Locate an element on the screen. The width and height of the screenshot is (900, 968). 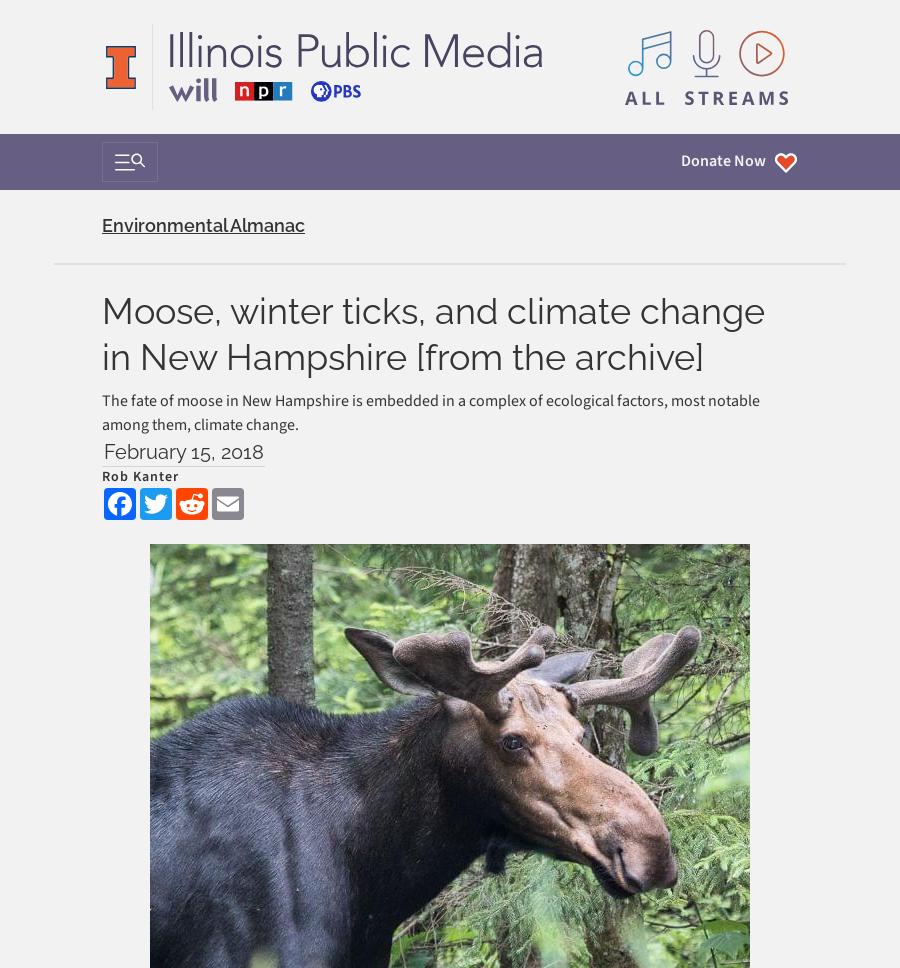
'Support' is located at coordinates (89, 234).